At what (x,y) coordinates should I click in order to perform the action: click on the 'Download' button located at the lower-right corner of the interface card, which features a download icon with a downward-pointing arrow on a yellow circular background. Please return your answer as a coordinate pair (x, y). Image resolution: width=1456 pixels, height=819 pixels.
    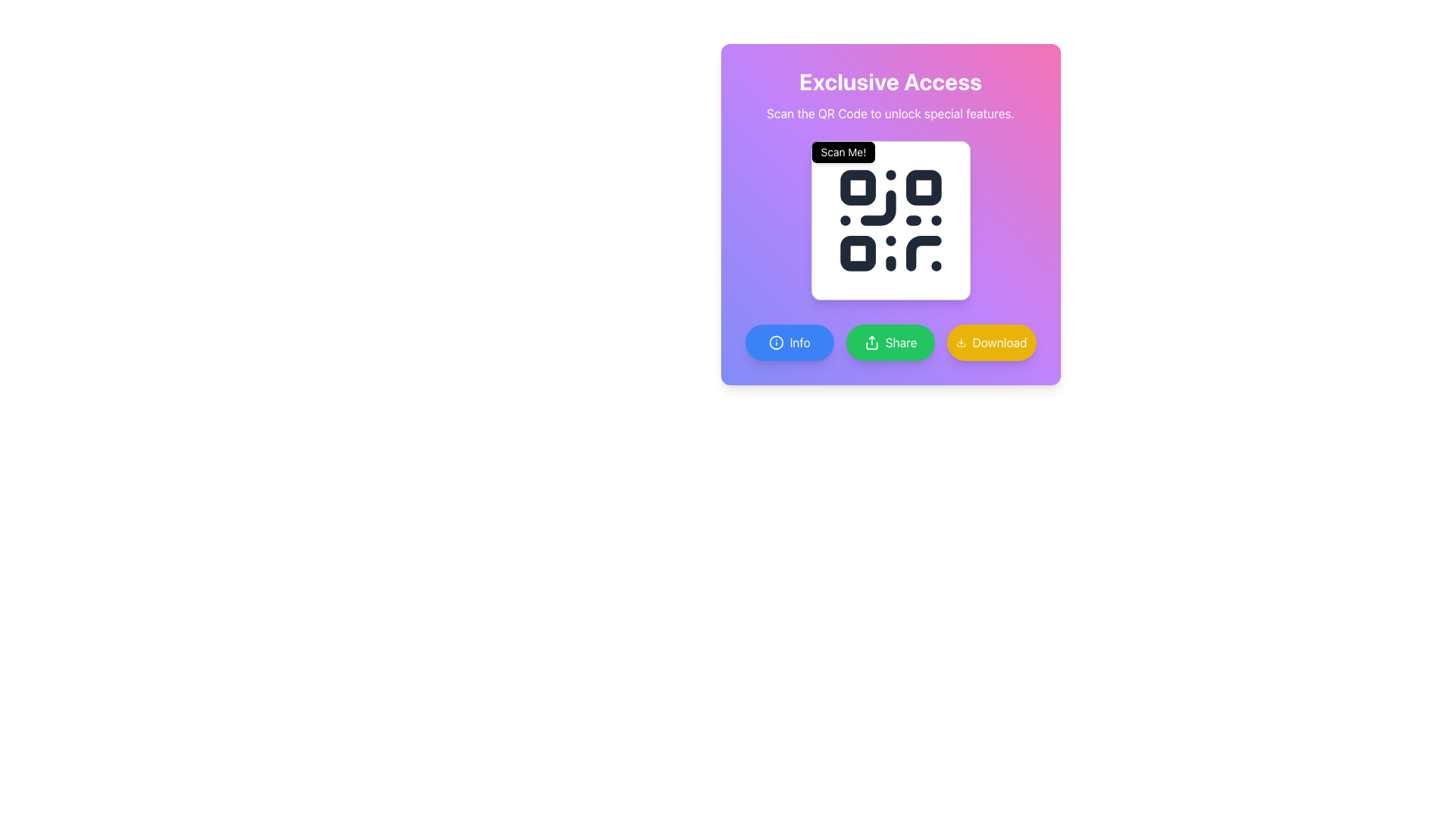
    Looking at the image, I should click on (960, 342).